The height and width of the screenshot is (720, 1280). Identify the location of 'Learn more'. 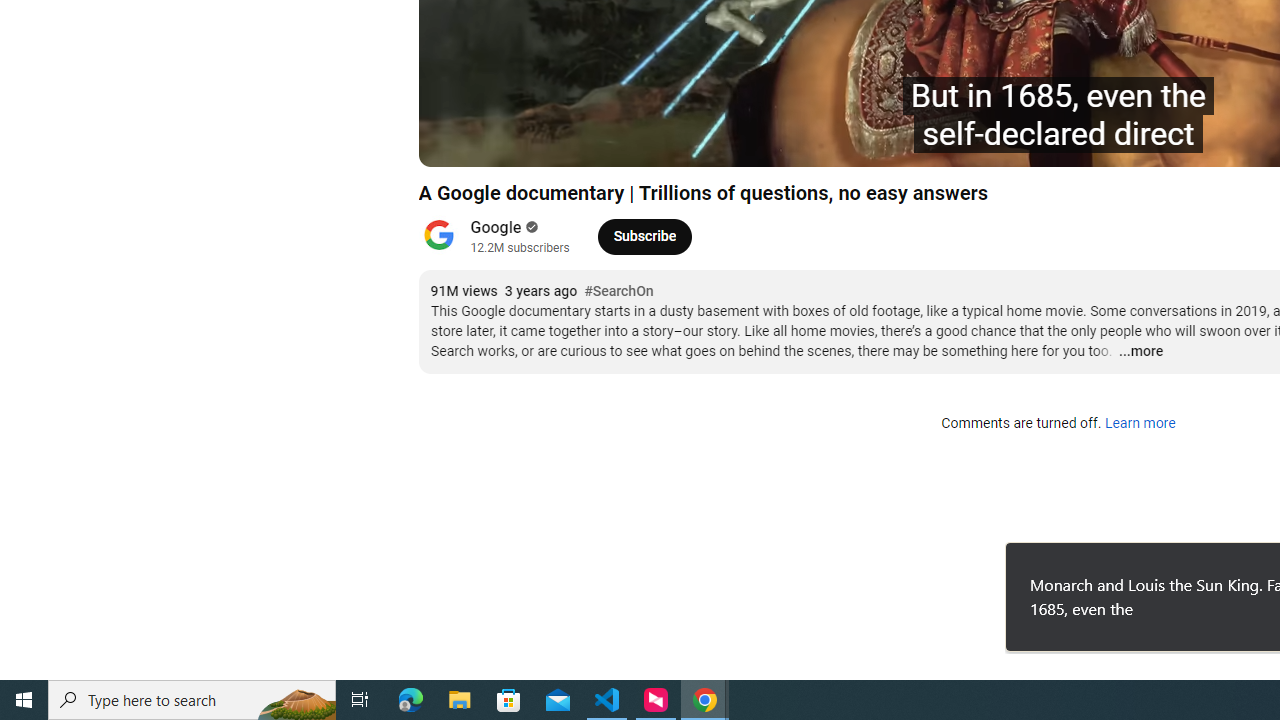
(1139, 423).